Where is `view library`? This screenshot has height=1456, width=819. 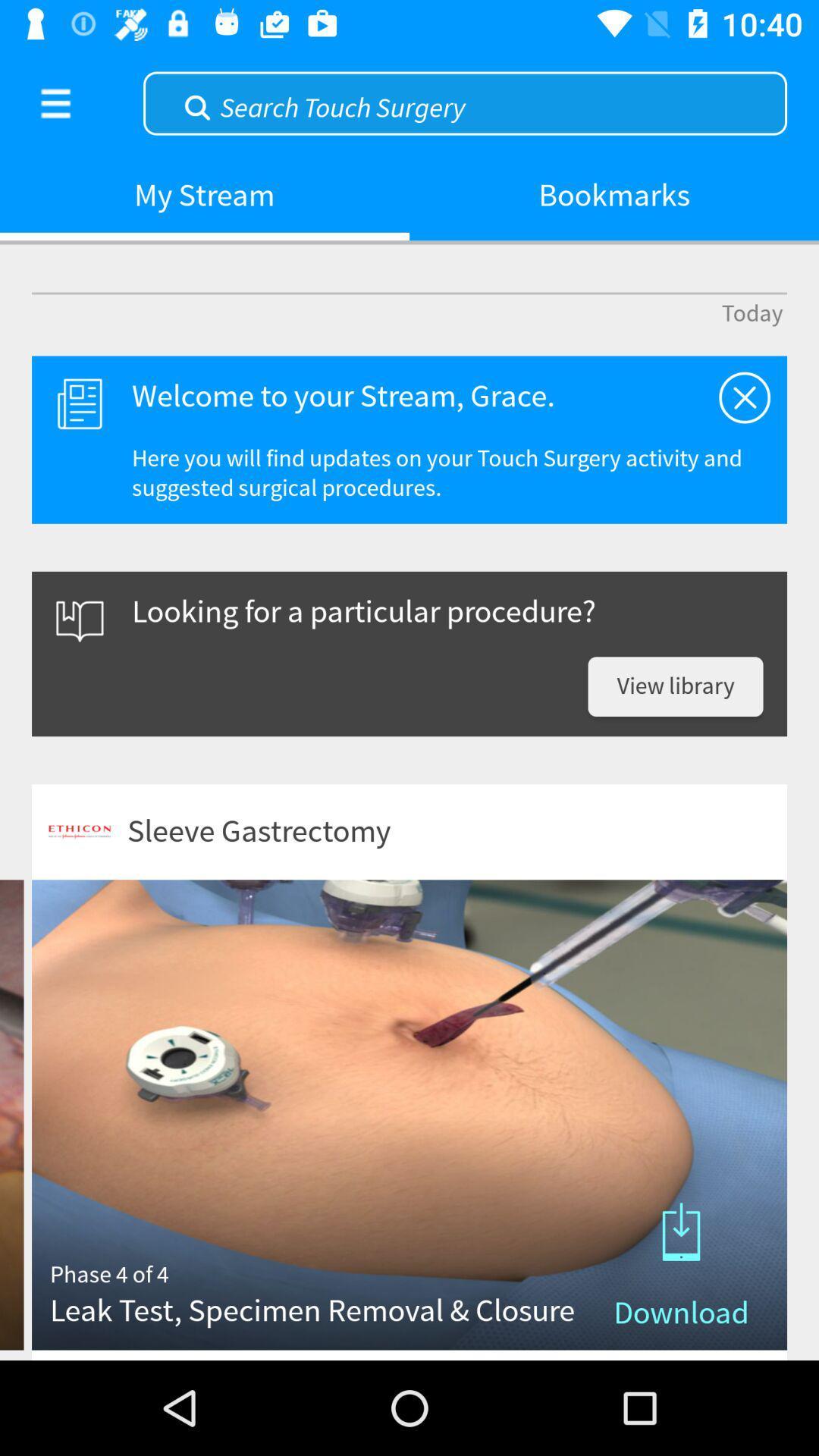
view library is located at coordinates (675, 686).